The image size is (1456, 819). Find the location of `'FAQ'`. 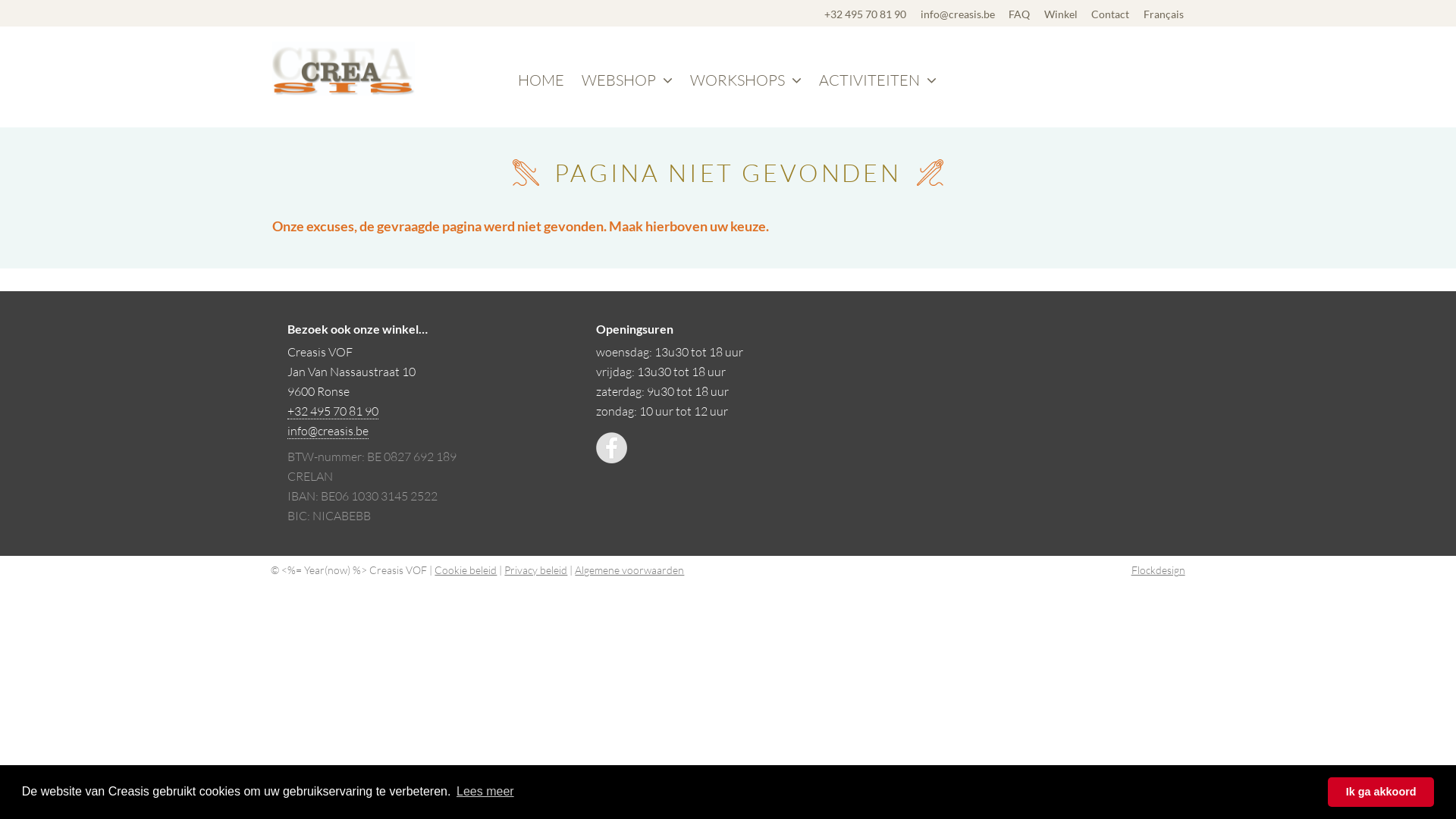

'FAQ' is located at coordinates (1008, 14).